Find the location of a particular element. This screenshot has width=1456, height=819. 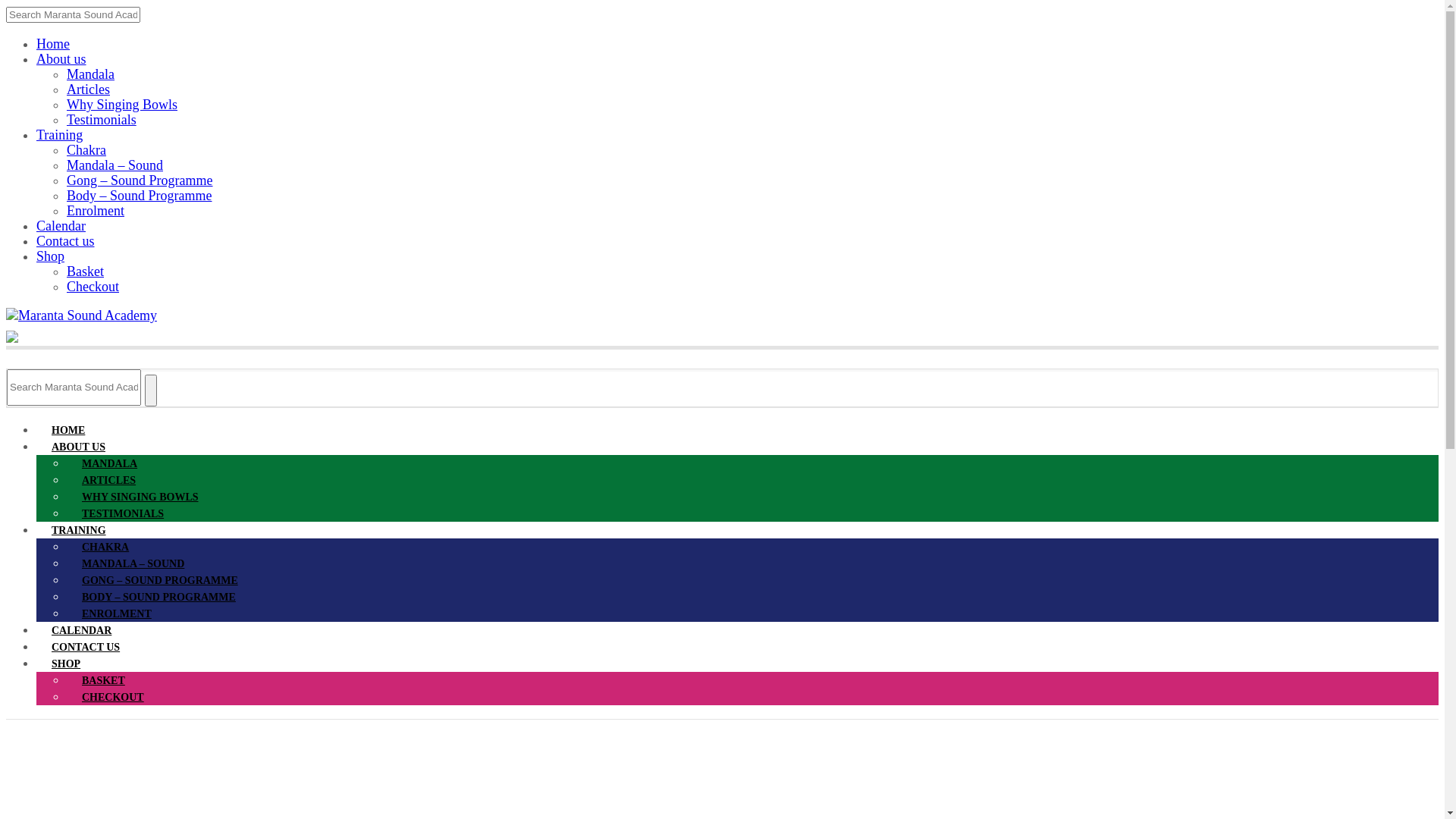

'Basket' is located at coordinates (84, 271).